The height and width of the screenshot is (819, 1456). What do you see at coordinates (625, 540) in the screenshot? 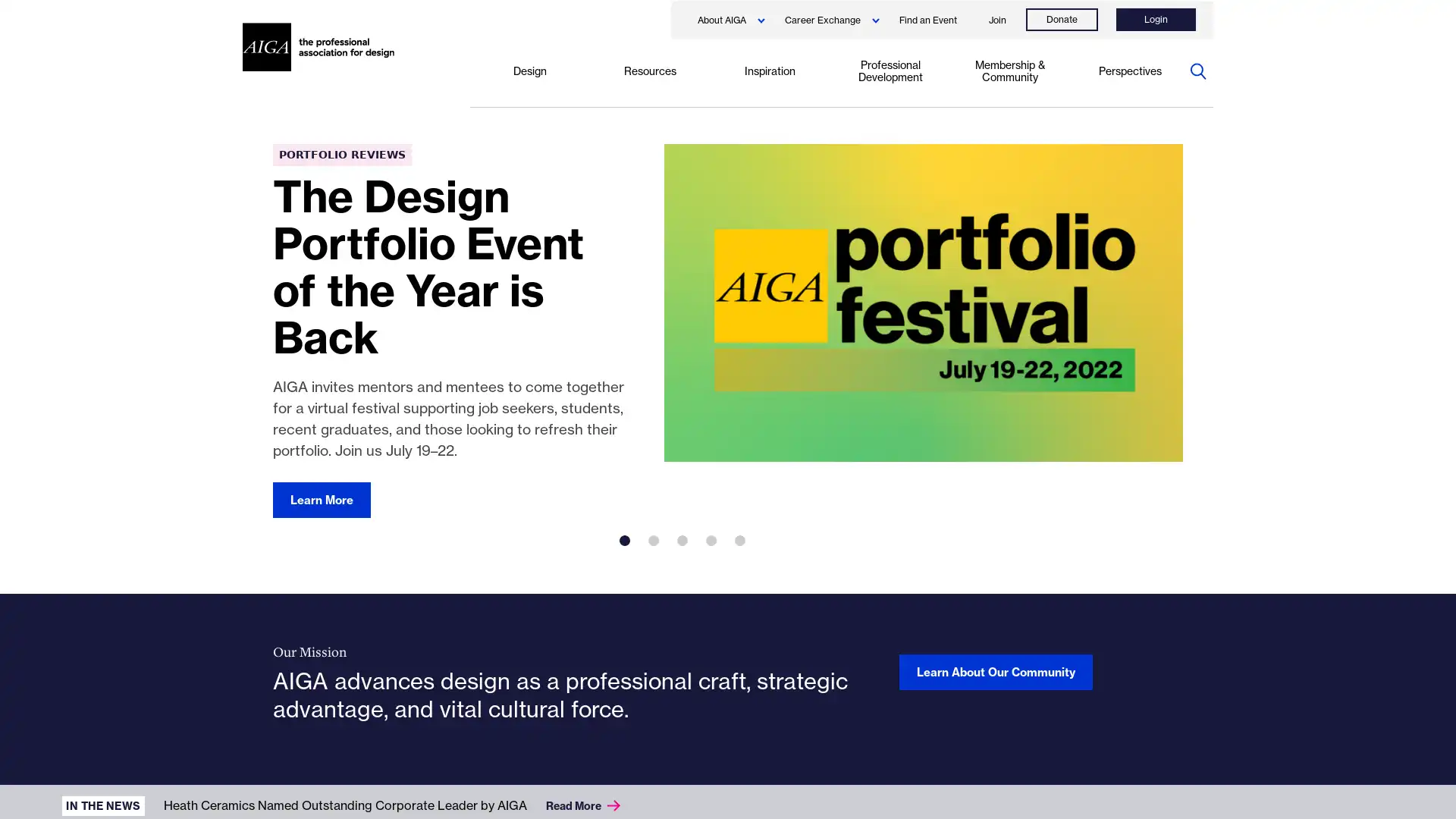
I see `1 of 5` at bounding box center [625, 540].